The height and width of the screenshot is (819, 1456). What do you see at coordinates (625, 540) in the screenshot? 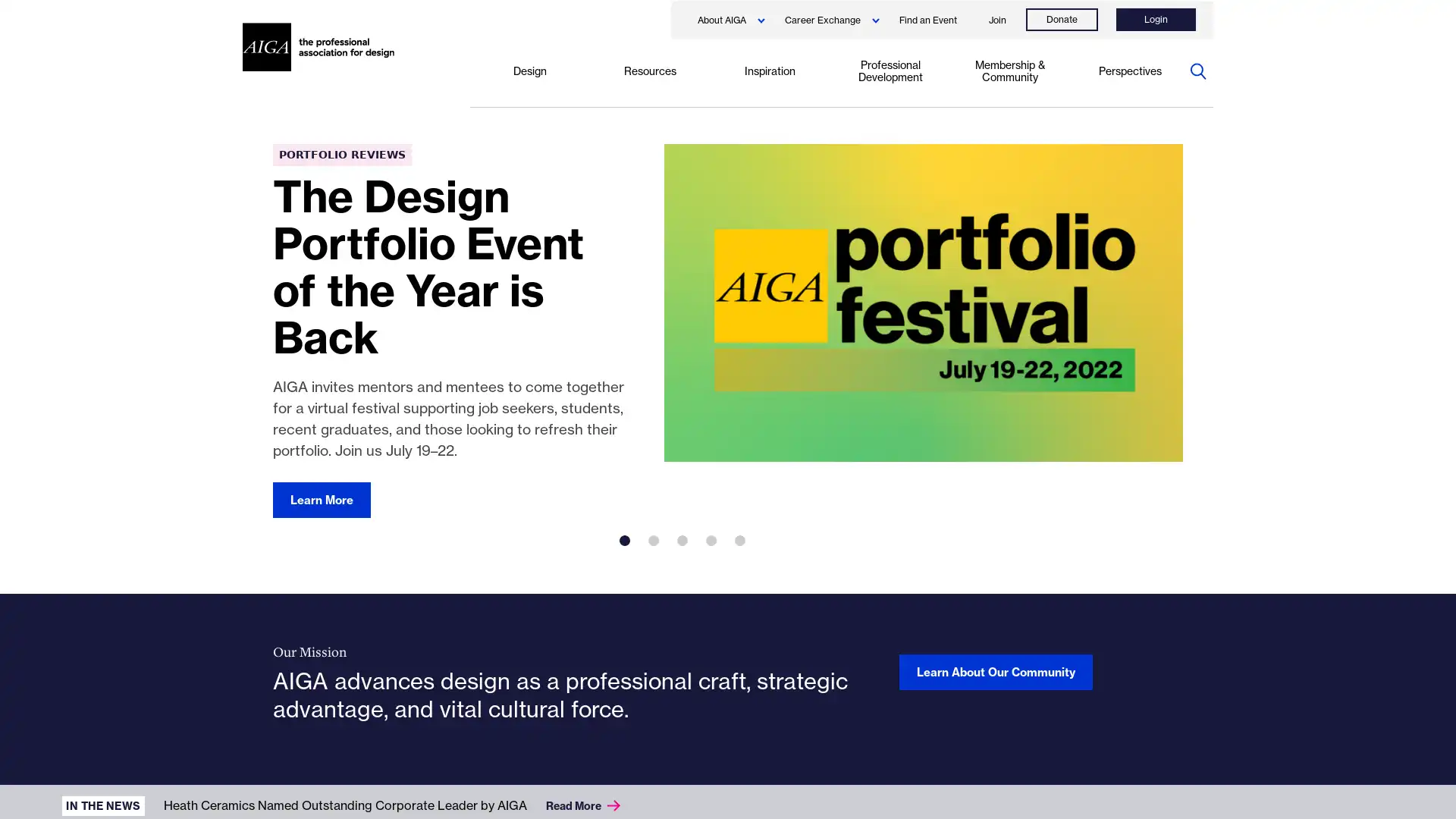
I see `1 of 5` at bounding box center [625, 540].